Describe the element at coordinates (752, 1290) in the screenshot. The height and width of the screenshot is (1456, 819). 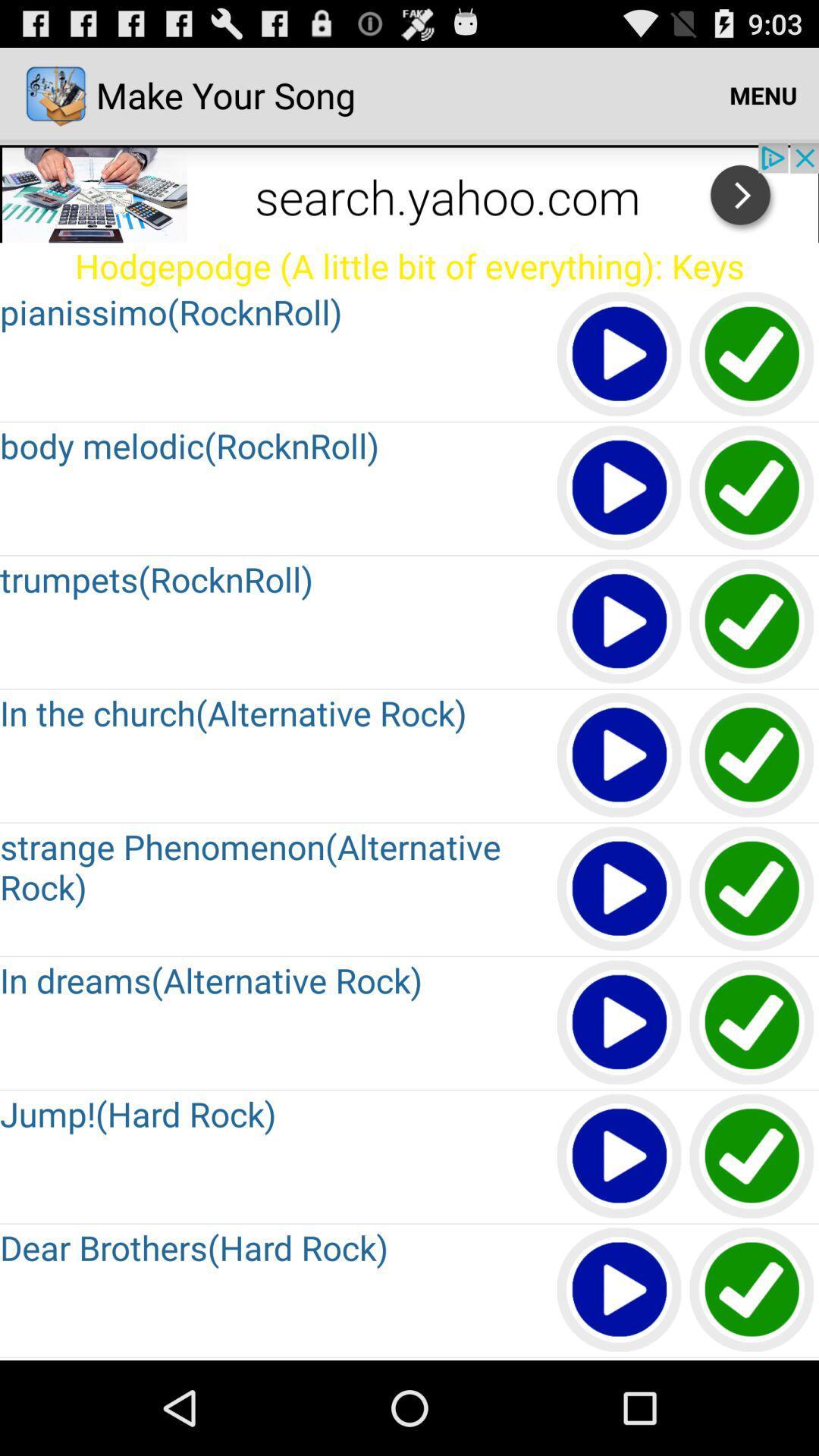
I see `correct button` at that location.